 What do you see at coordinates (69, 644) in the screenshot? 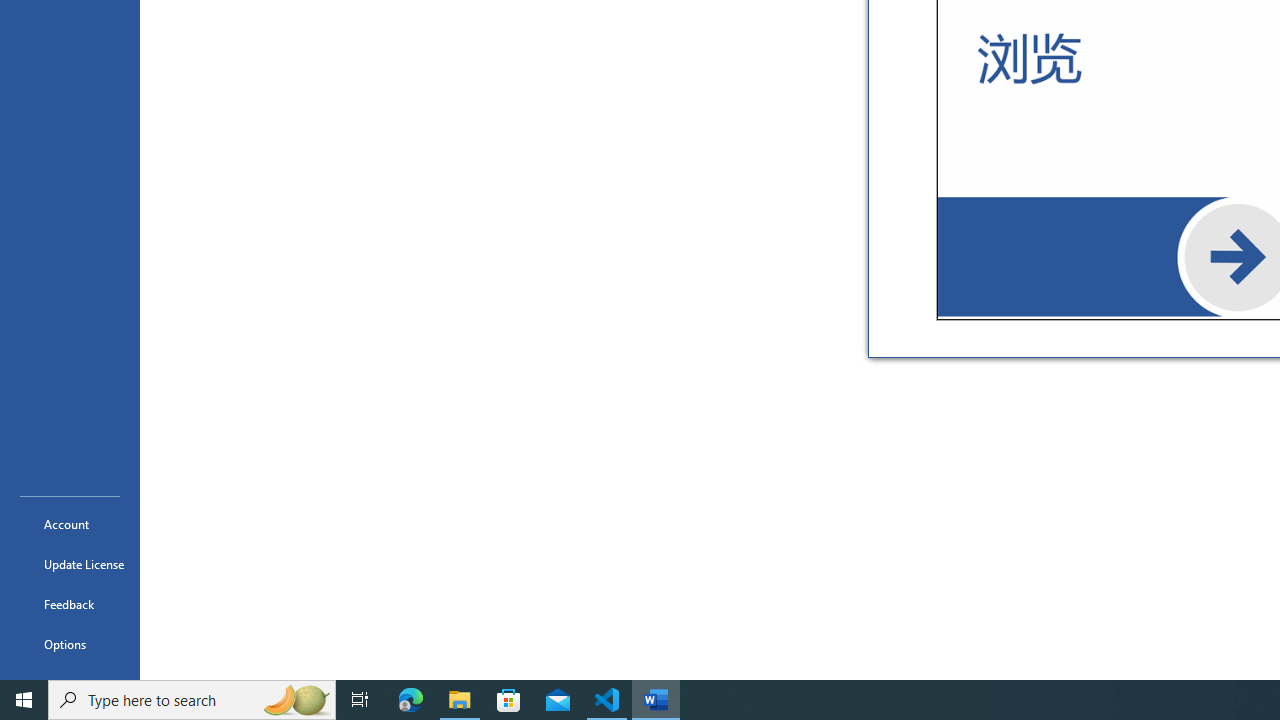
I see `'Options'` at bounding box center [69, 644].